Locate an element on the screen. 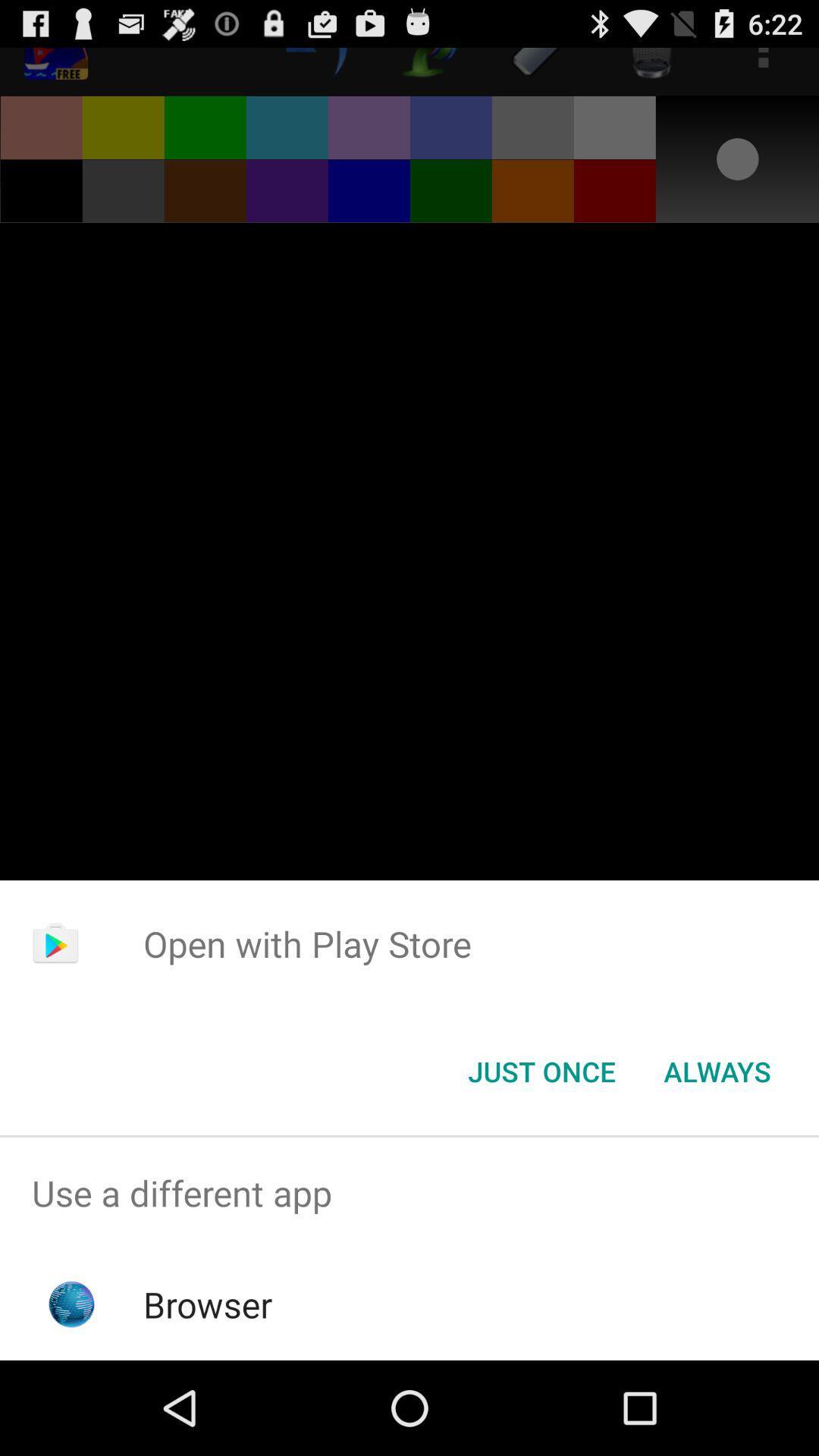  browser app is located at coordinates (208, 1304).